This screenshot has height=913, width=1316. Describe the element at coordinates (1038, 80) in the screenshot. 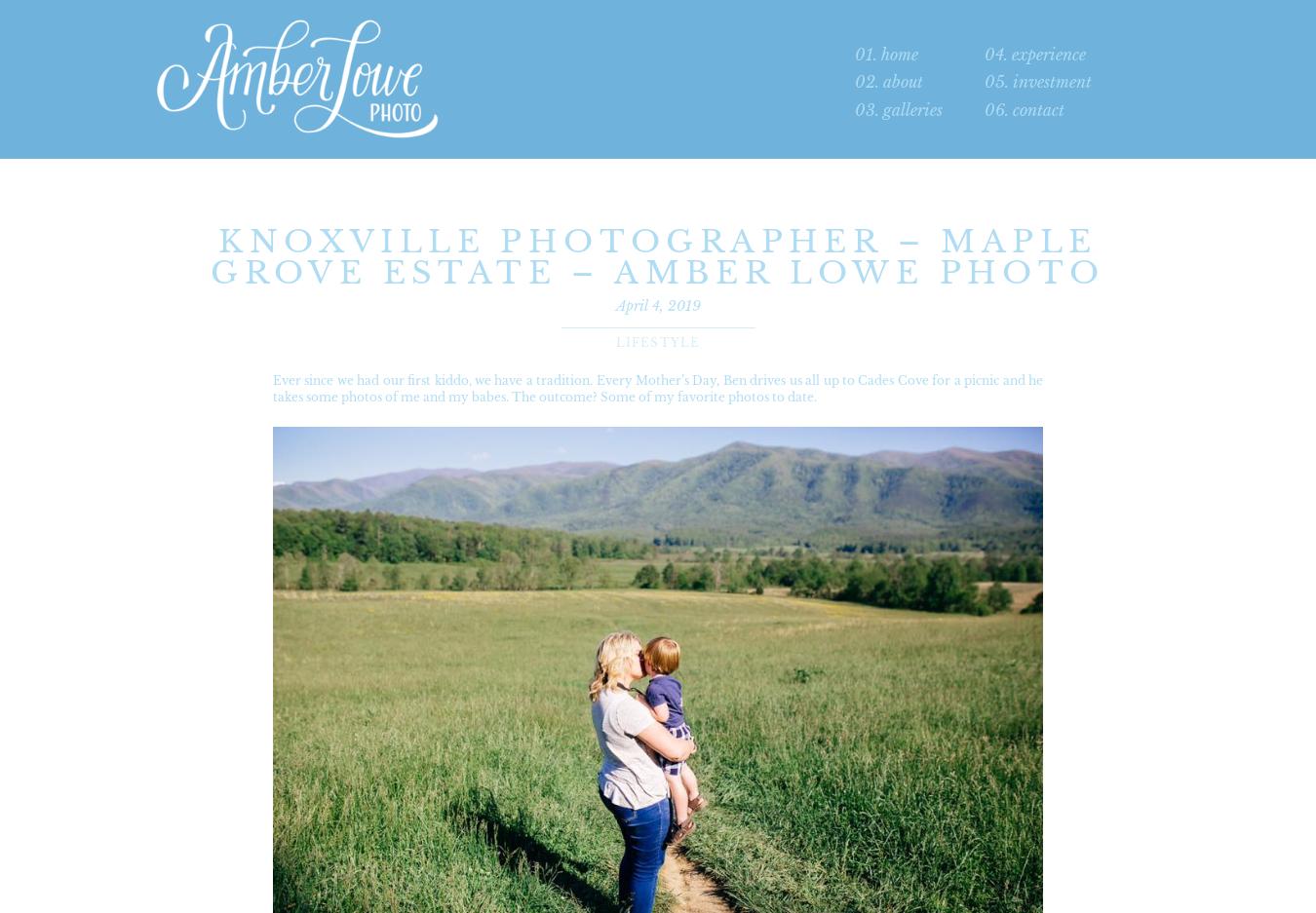

I see `'05. investment'` at that location.